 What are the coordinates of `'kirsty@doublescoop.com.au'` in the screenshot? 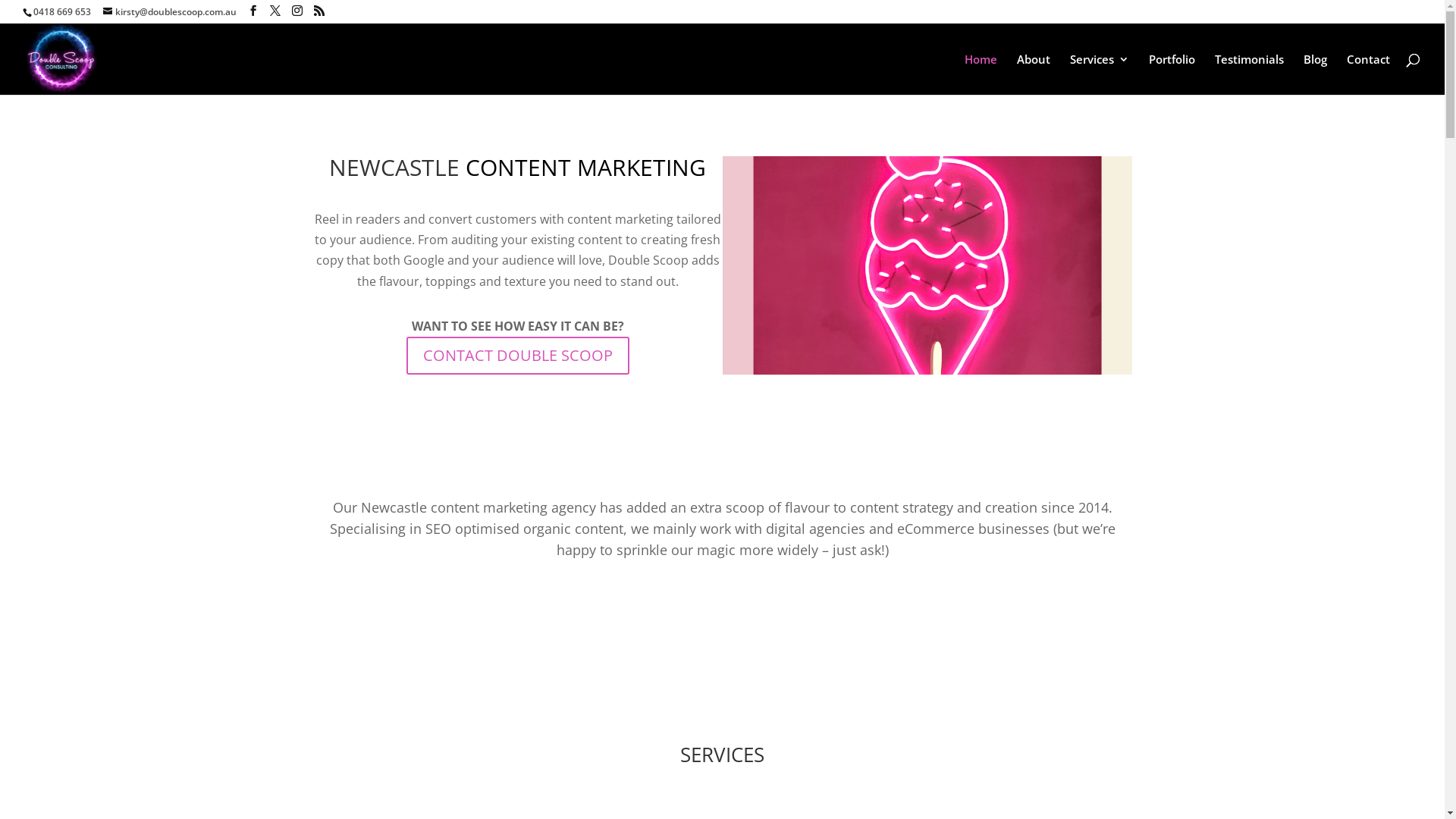 It's located at (170, 11).